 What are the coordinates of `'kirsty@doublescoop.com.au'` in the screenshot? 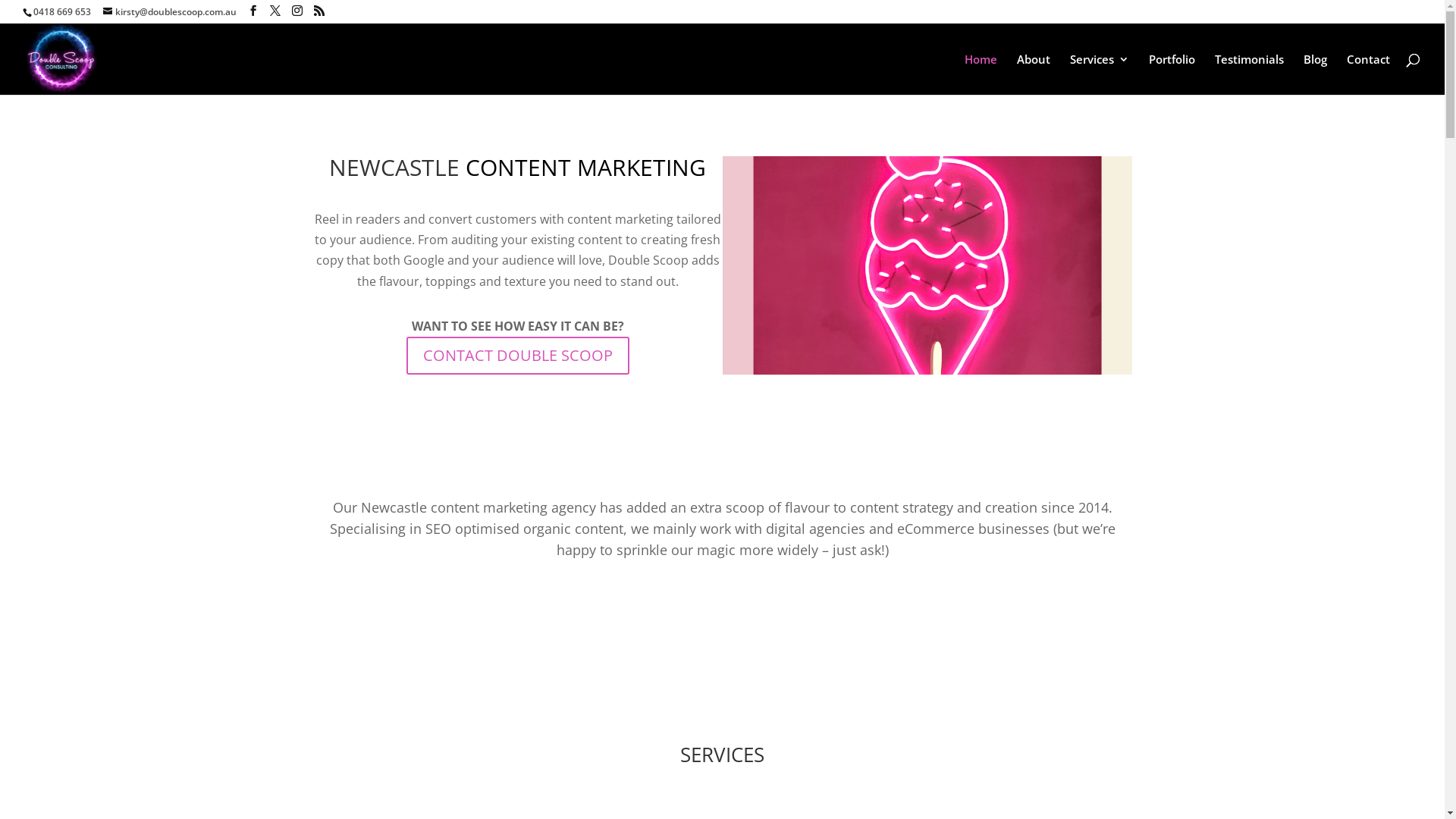 It's located at (170, 11).